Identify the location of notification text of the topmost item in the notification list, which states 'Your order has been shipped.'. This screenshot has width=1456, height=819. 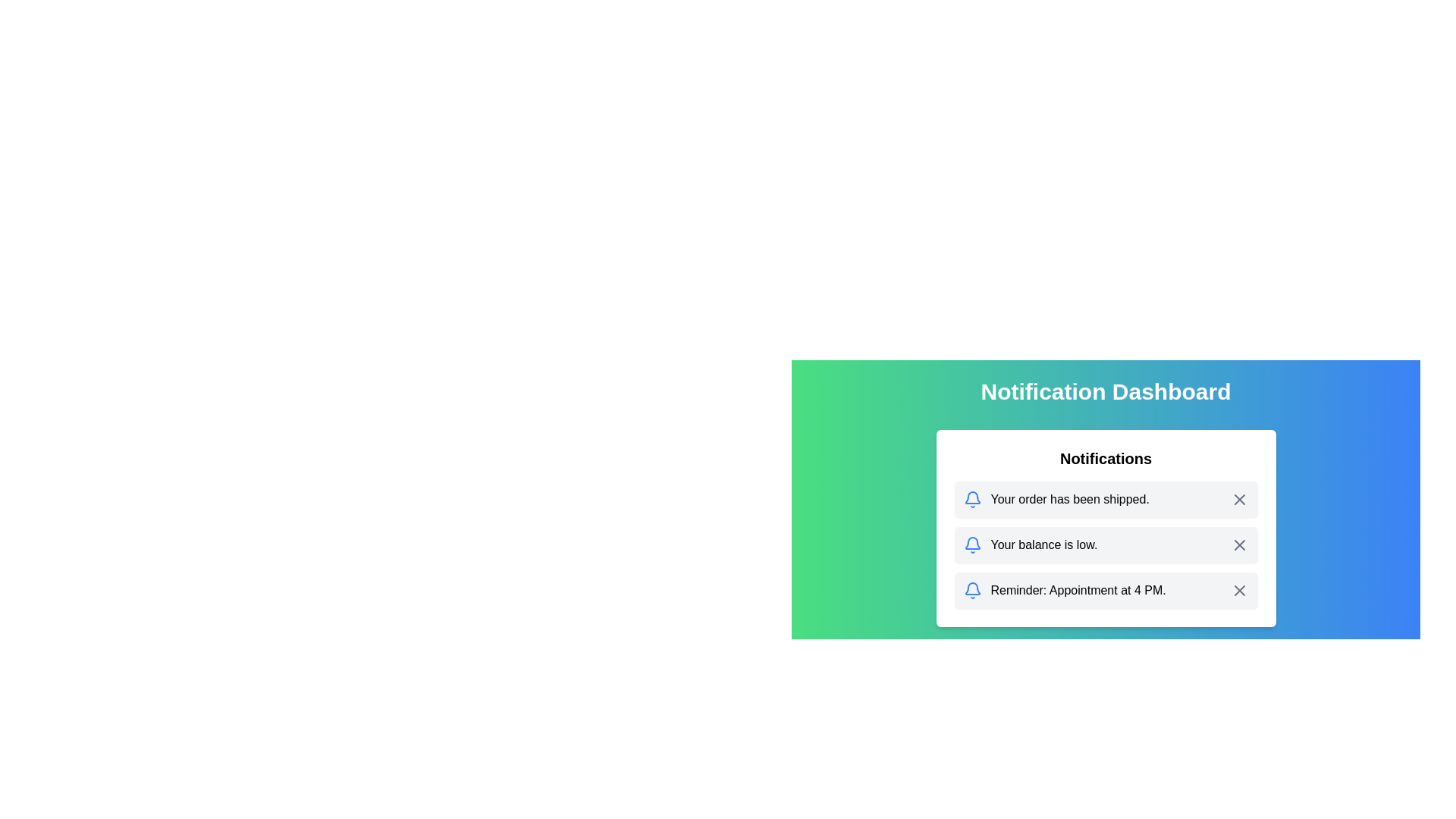
(1106, 503).